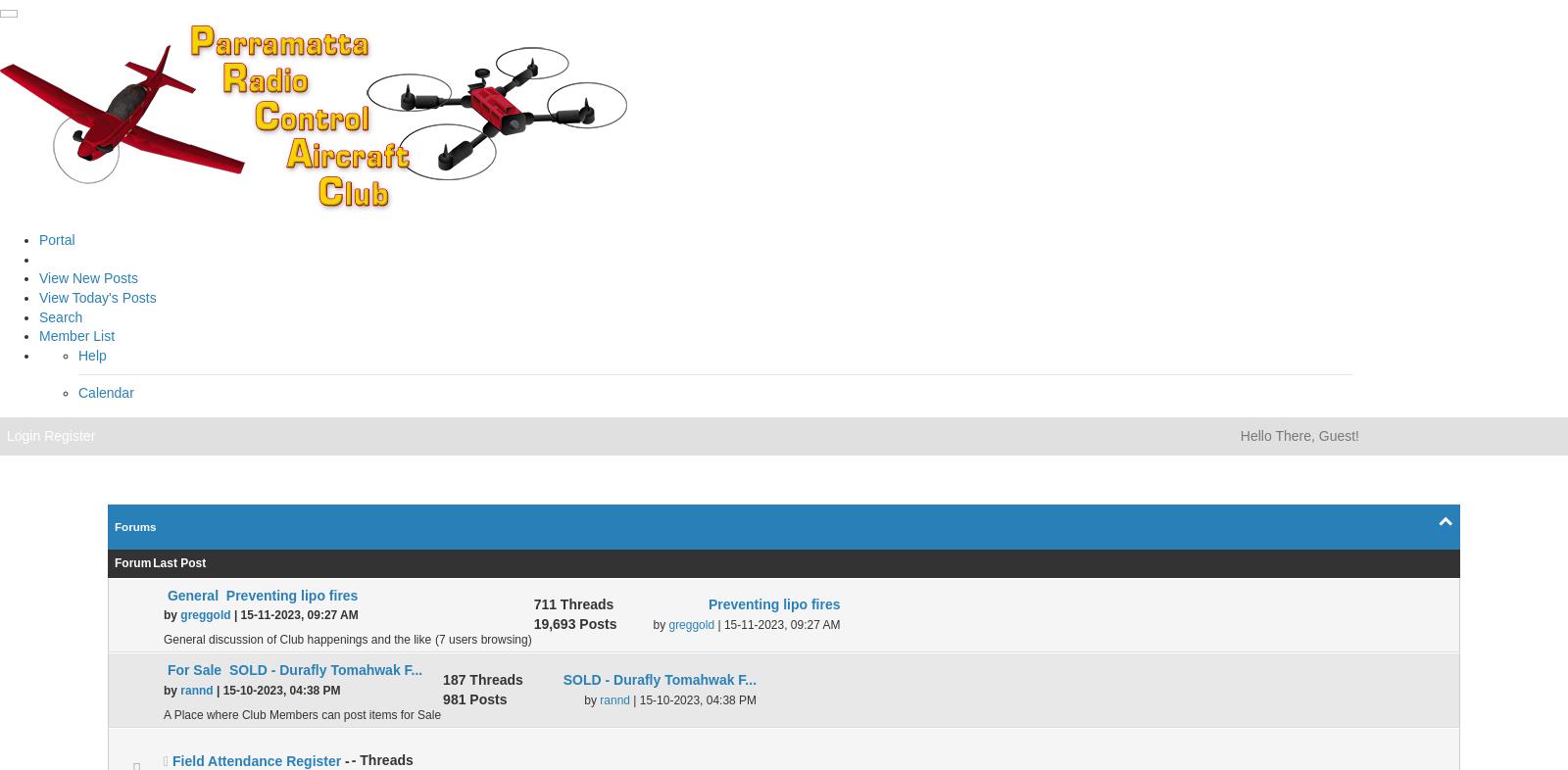 The width and height of the screenshot is (1568, 770). Describe the element at coordinates (302, 714) in the screenshot. I see `'A Place where Club Members can post items for Sale'` at that location.